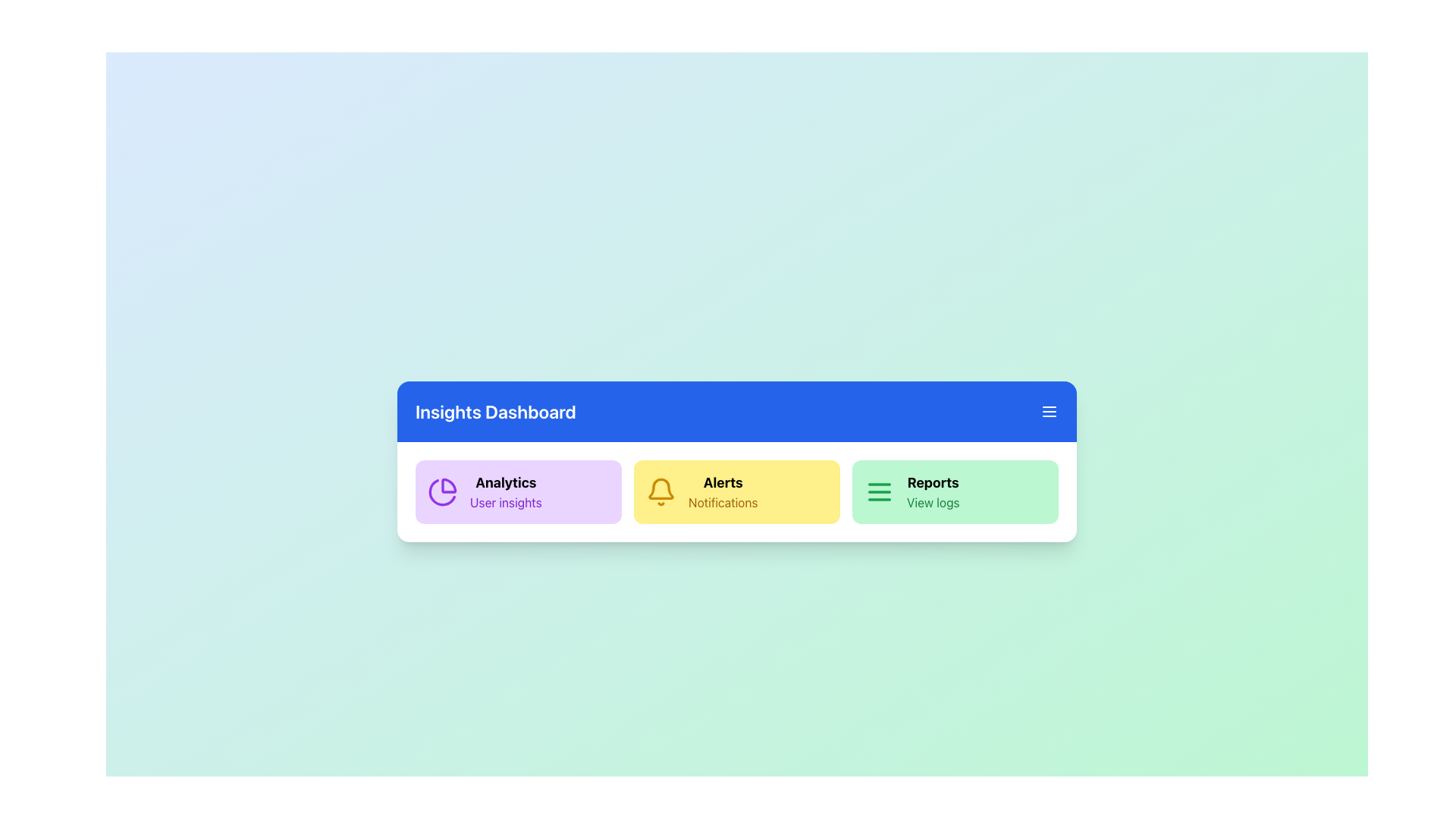  What do you see at coordinates (954, 491) in the screenshot?
I see `the green card titled 'Reports' located at the bottom right section of the interface` at bounding box center [954, 491].